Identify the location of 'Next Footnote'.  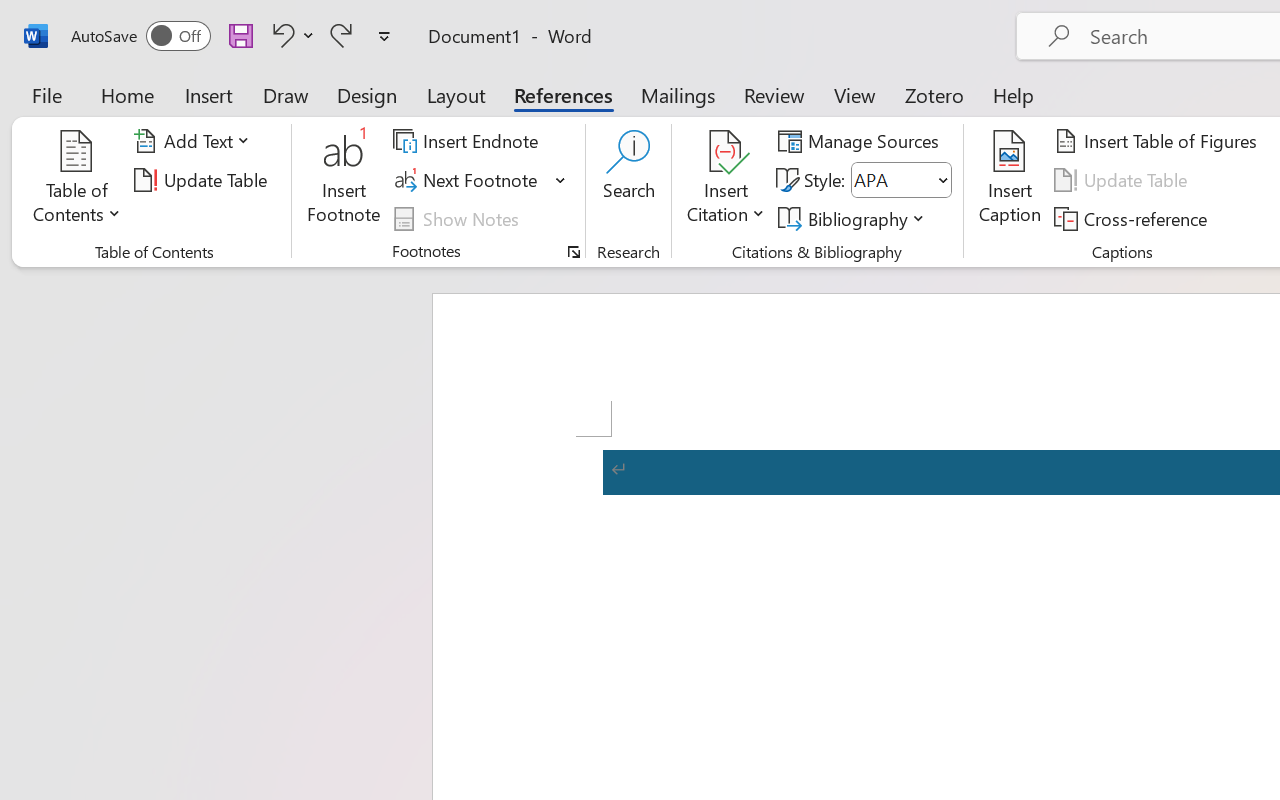
(480, 179).